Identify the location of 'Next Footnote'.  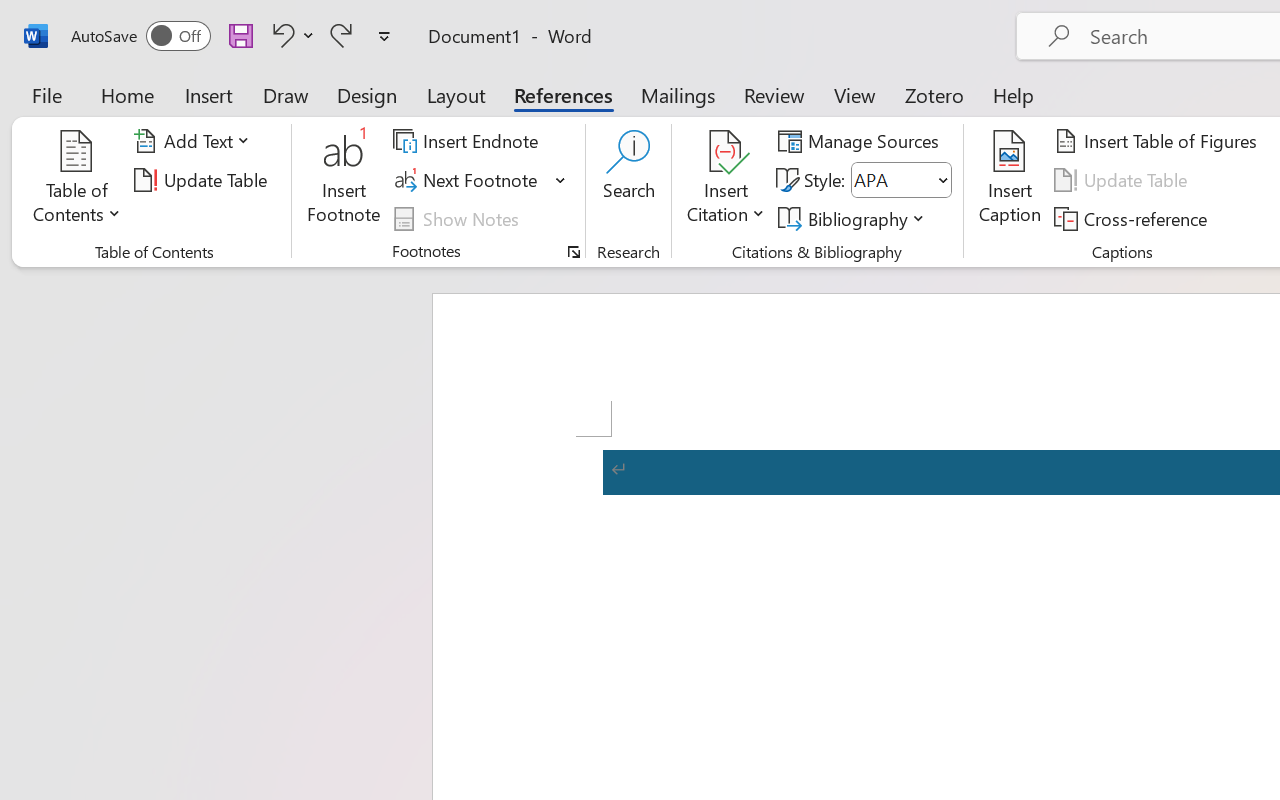
(480, 179).